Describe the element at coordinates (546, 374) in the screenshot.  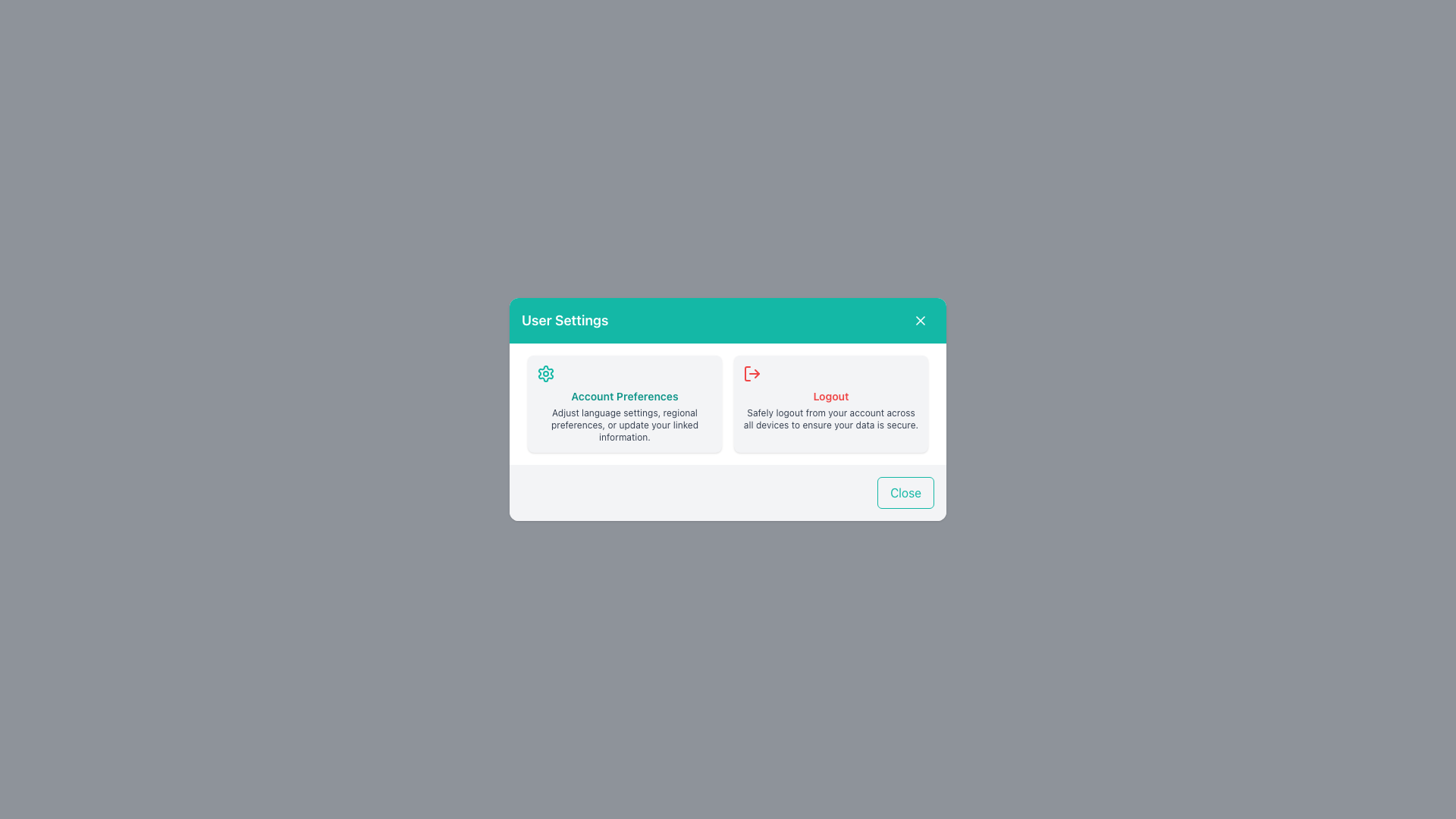
I see `the settings icon located near the top-left corner of the dialog box, adjacent to the label 'User Settings.'` at that location.